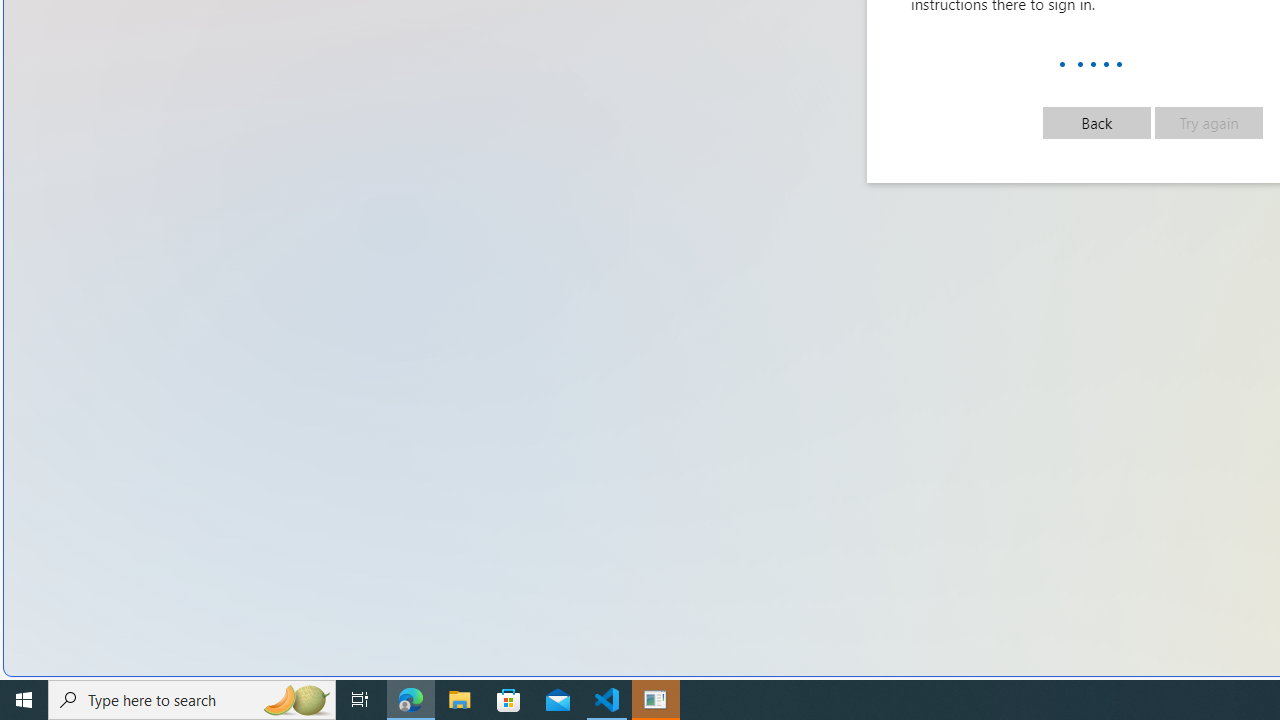  Describe the element at coordinates (1207, 122) in the screenshot. I see `'Try again'` at that location.